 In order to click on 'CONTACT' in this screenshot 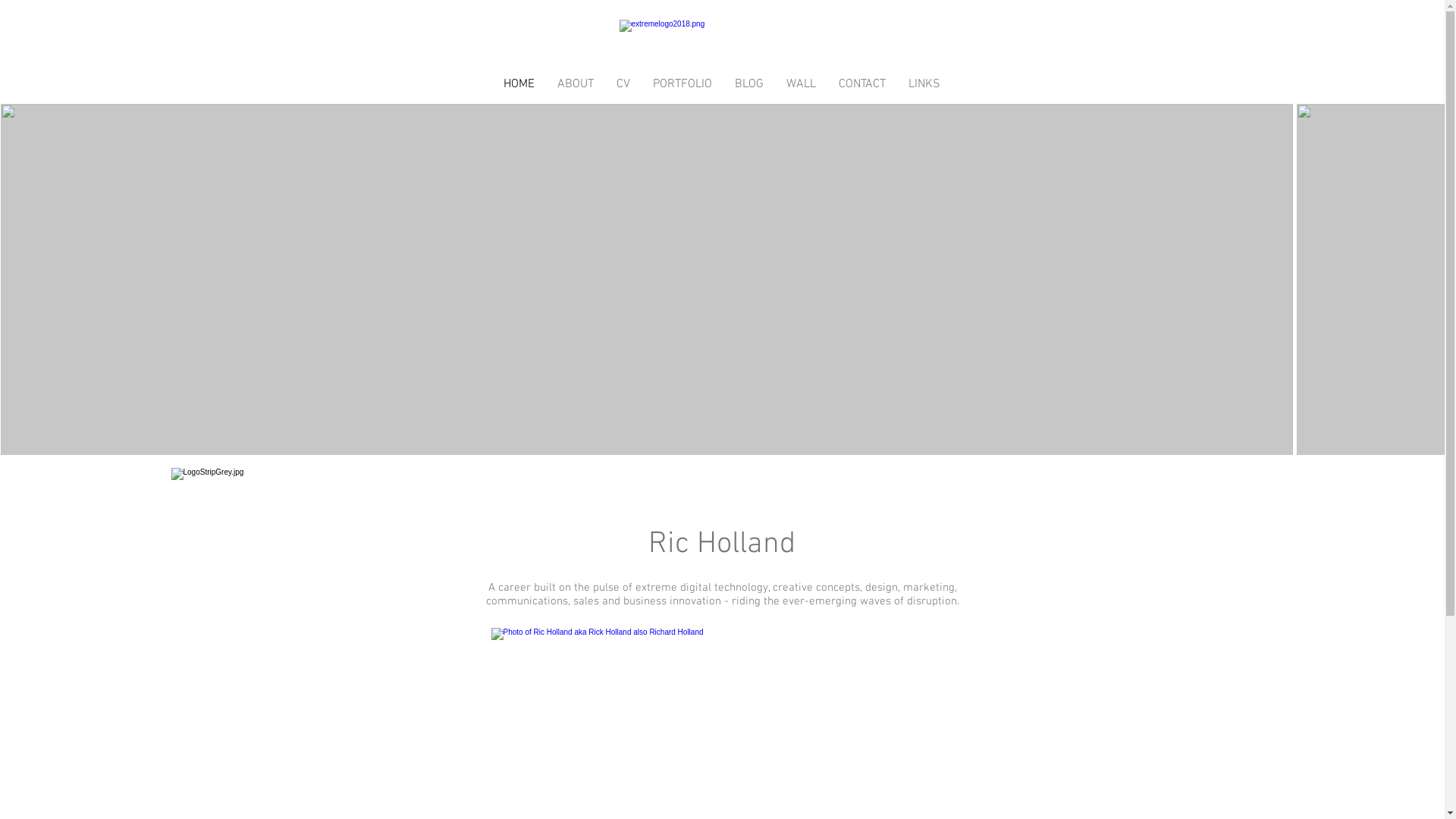, I will do `click(861, 84)`.